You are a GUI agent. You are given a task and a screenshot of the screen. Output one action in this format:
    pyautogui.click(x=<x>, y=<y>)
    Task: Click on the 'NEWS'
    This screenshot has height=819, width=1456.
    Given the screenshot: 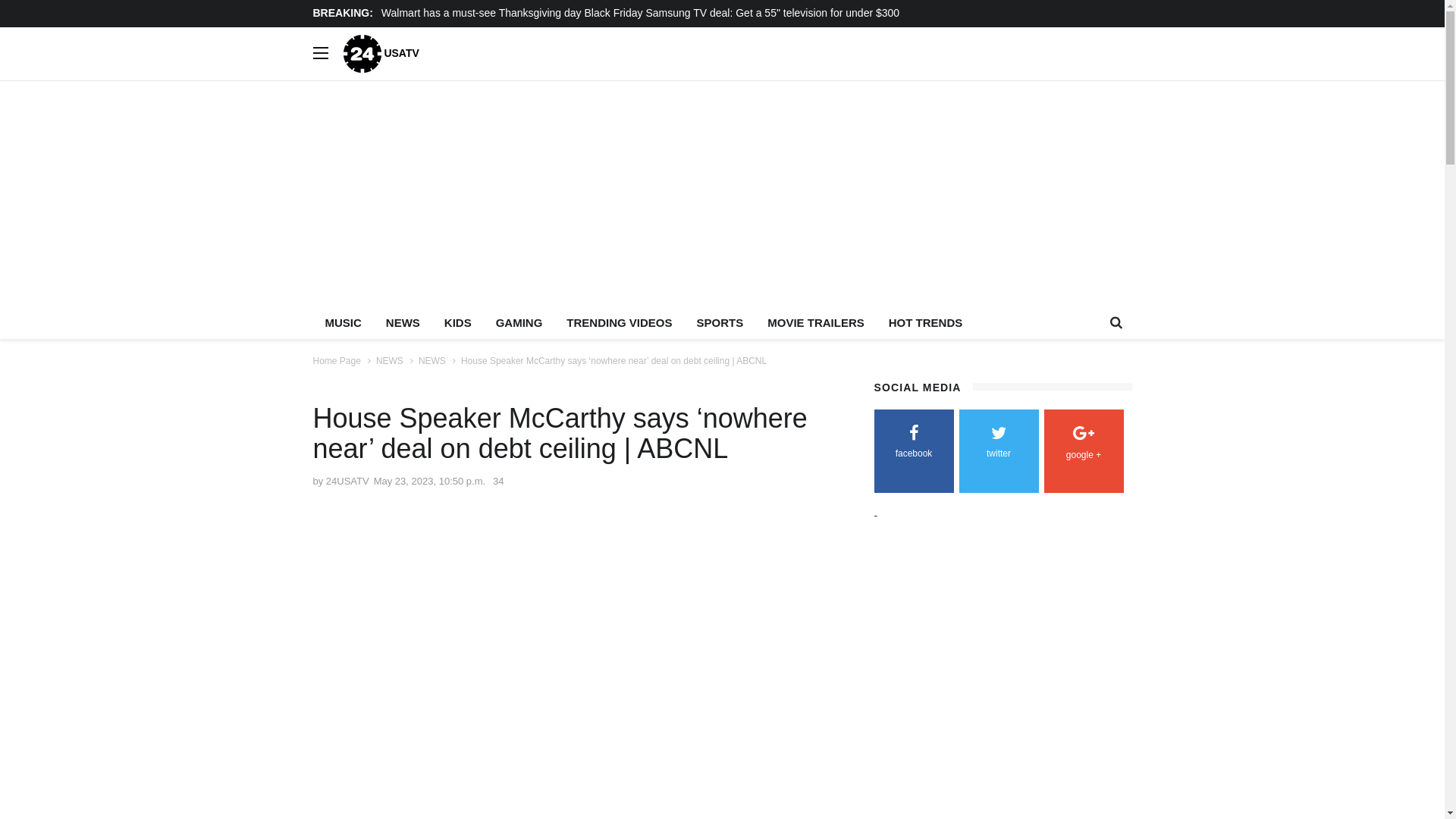 What is the action you would take?
    pyautogui.click(x=389, y=360)
    